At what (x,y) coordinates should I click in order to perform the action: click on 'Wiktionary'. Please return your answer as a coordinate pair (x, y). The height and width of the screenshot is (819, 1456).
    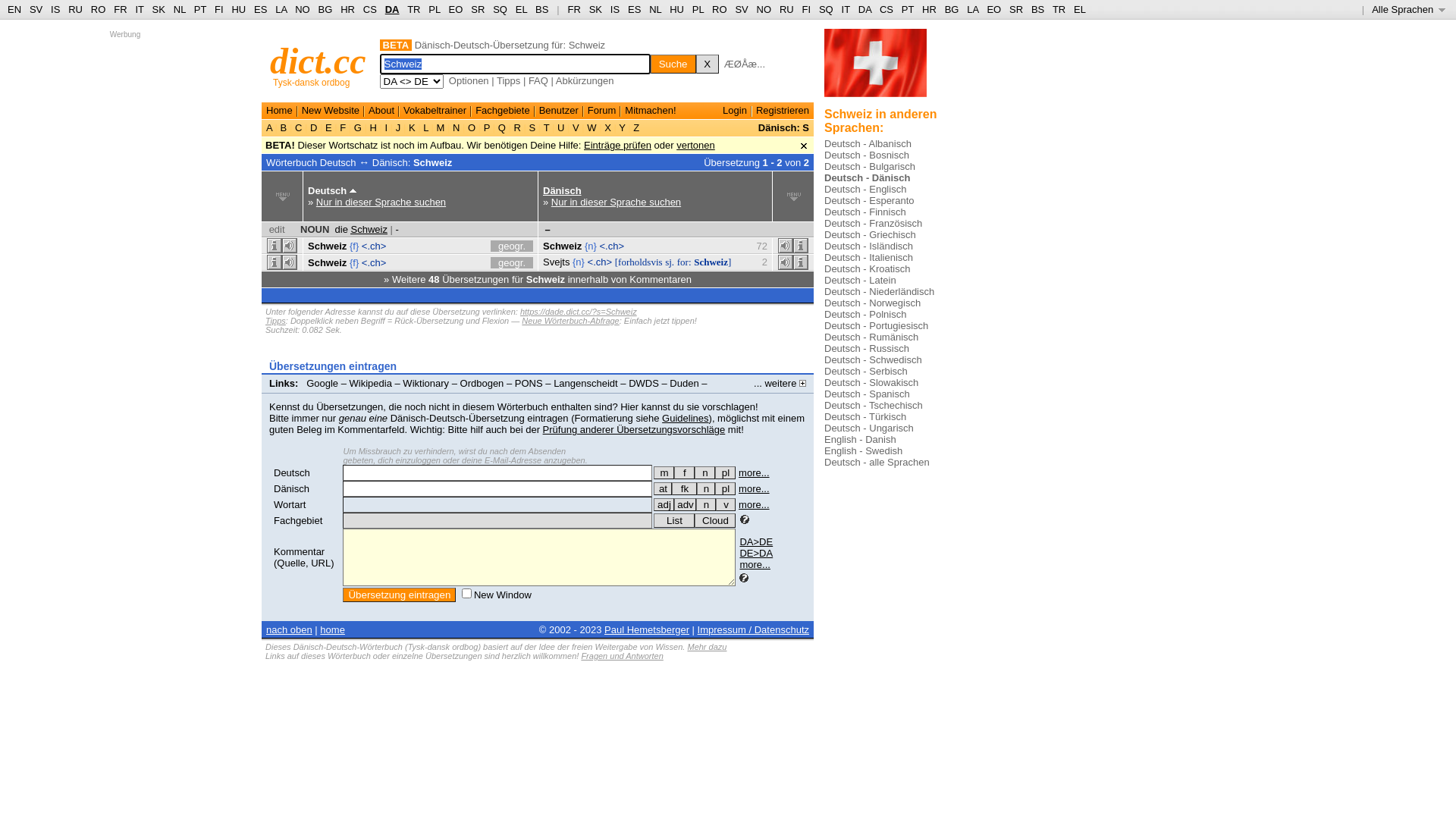
    Looking at the image, I should click on (425, 382).